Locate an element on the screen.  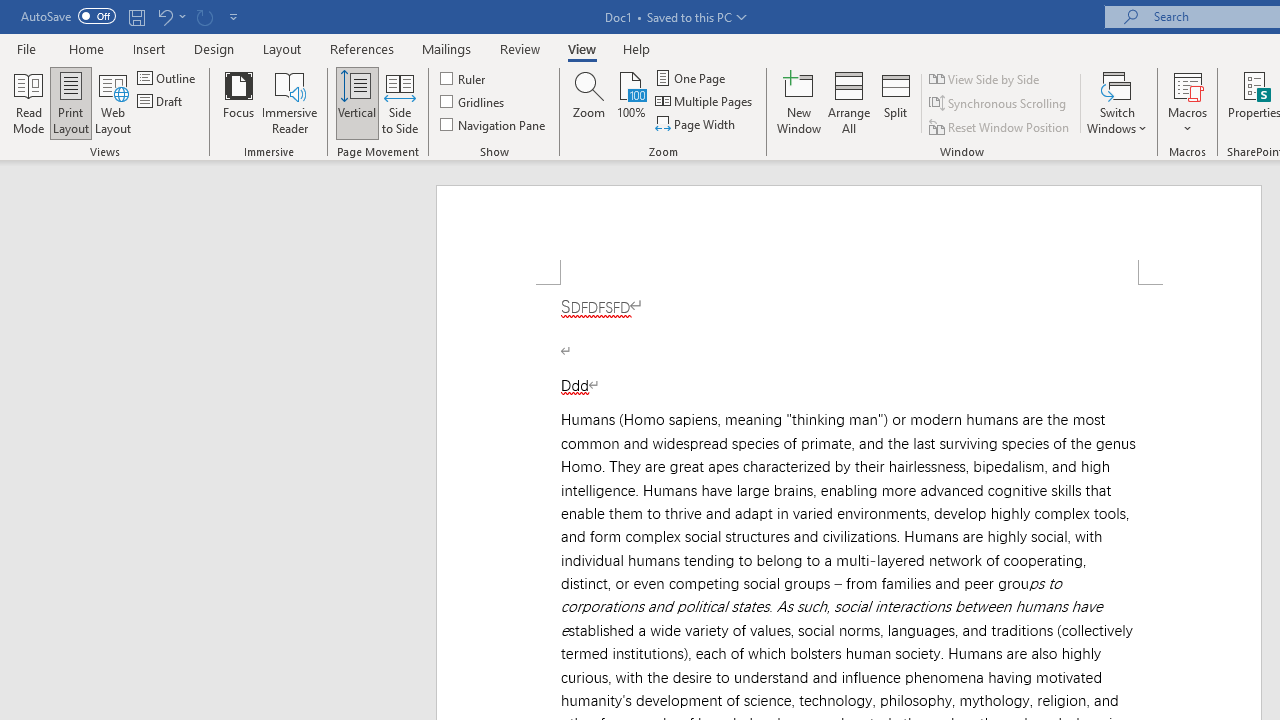
'Page Width' is located at coordinates (696, 124).